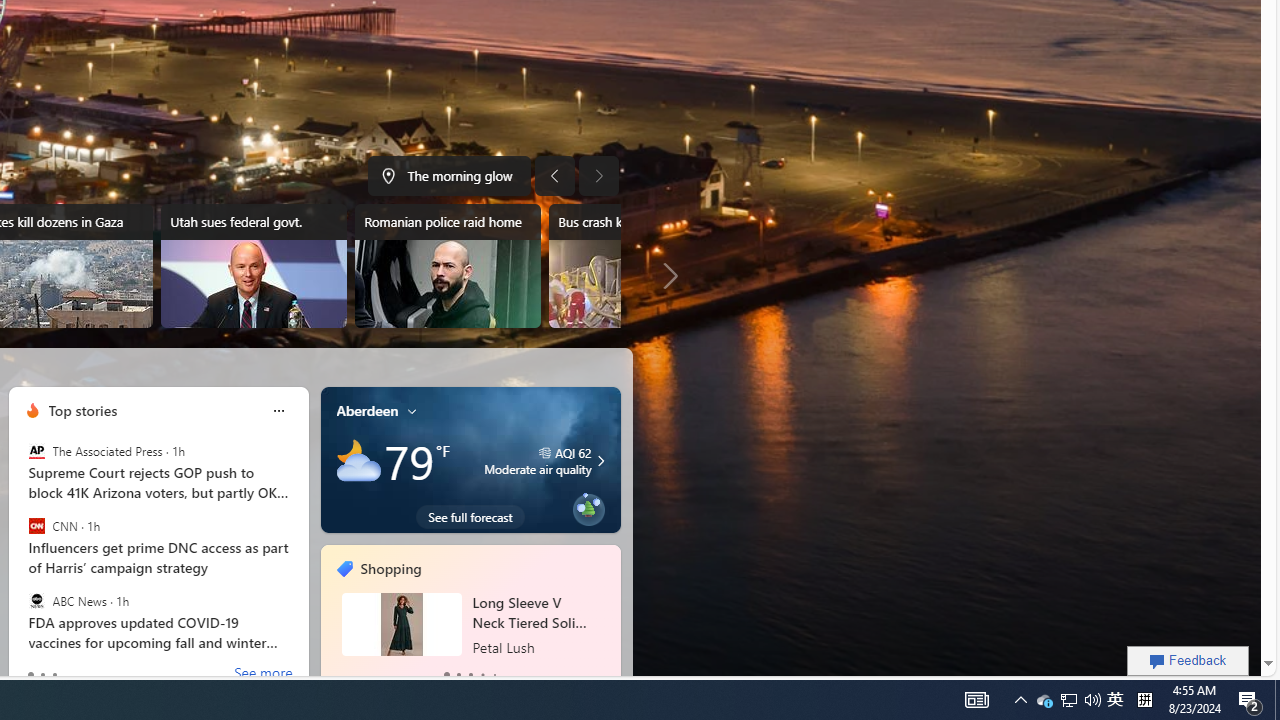 Image resolution: width=1280 pixels, height=720 pixels. I want to click on 'Next image', so click(598, 175).